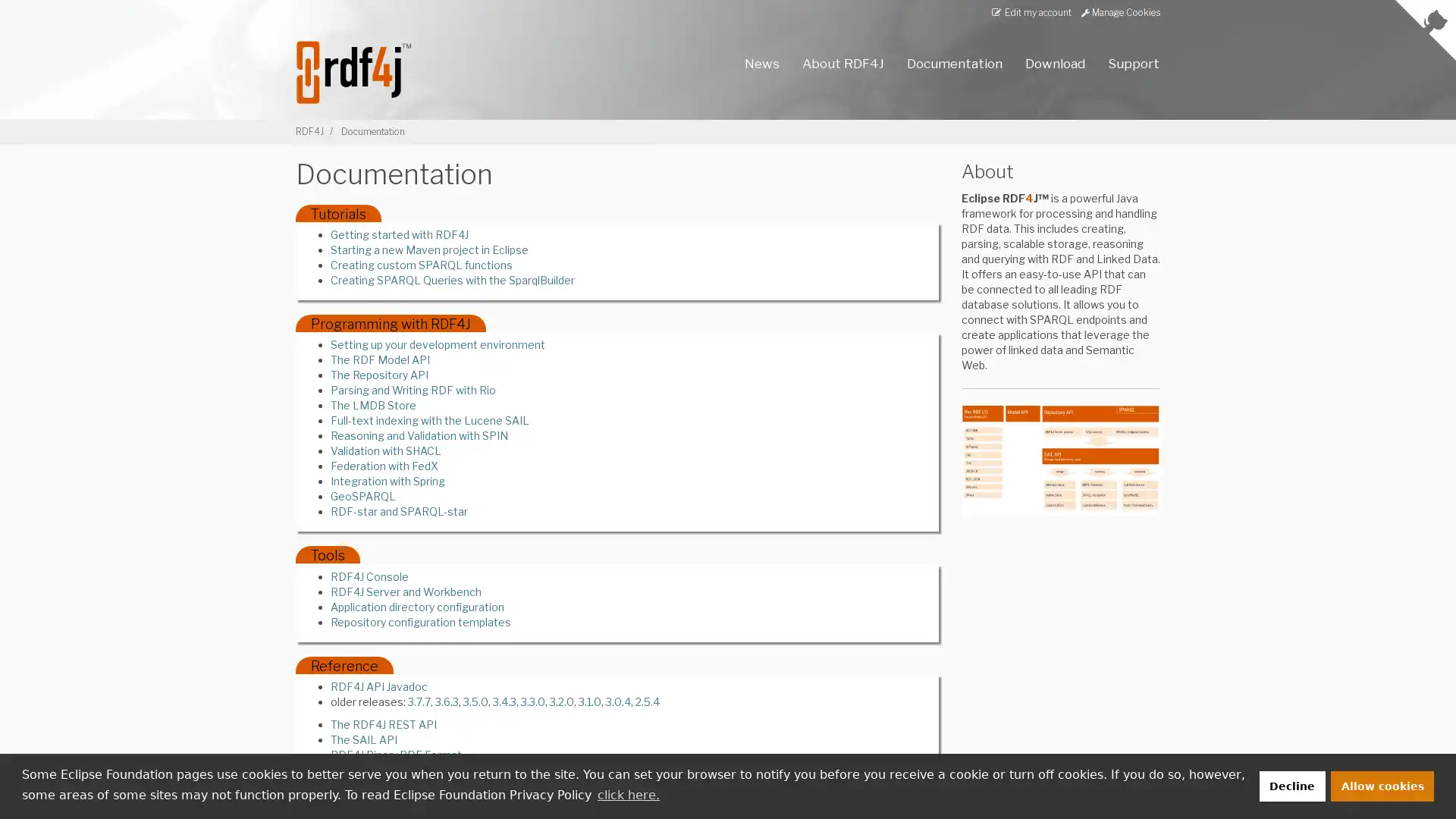 The height and width of the screenshot is (819, 1456). What do you see at coordinates (1382, 785) in the screenshot?
I see `allow cookies` at bounding box center [1382, 785].